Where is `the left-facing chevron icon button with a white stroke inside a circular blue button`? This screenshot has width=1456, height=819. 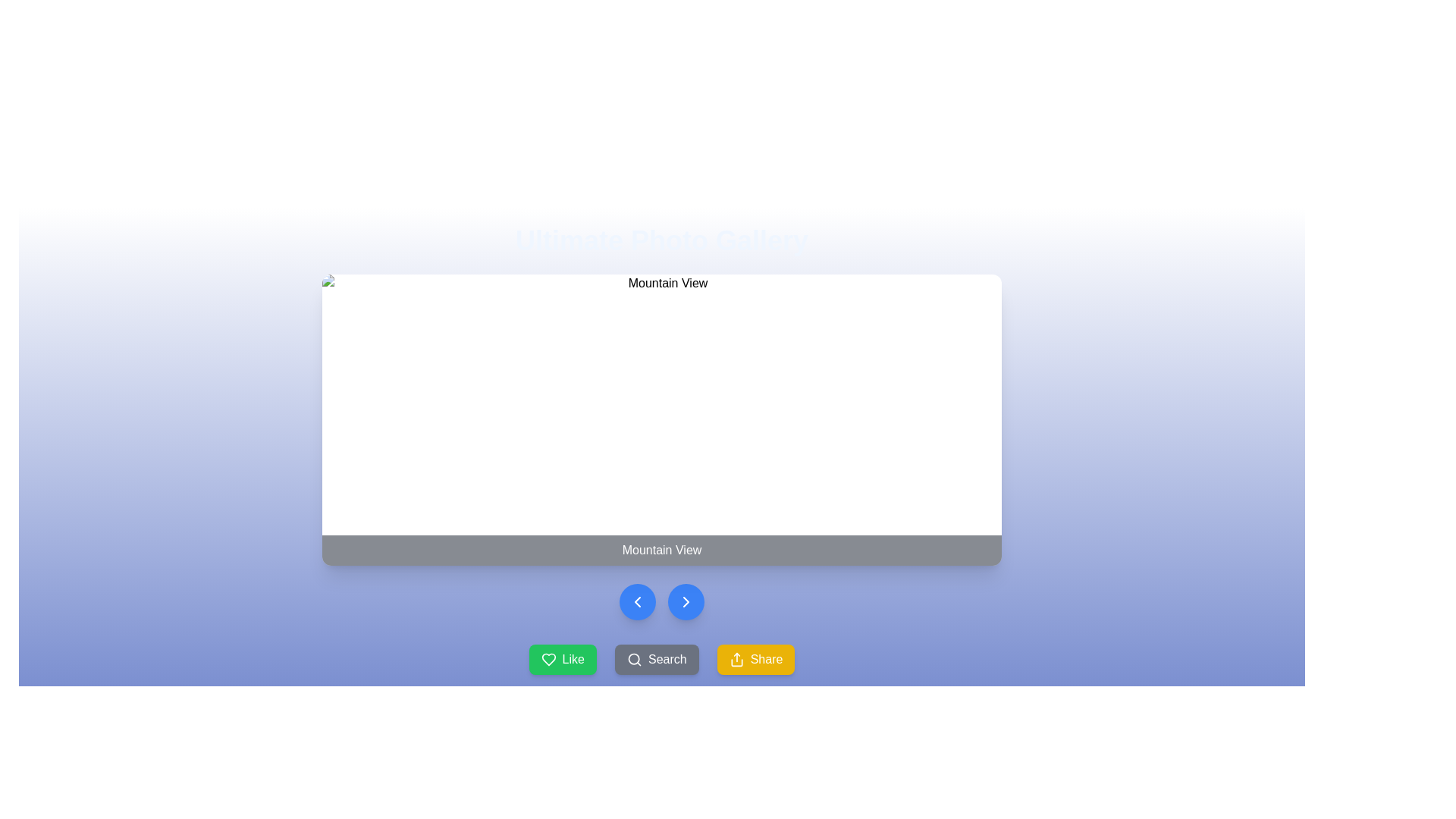
the left-facing chevron icon button with a white stroke inside a circular blue button is located at coordinates (637, 601).